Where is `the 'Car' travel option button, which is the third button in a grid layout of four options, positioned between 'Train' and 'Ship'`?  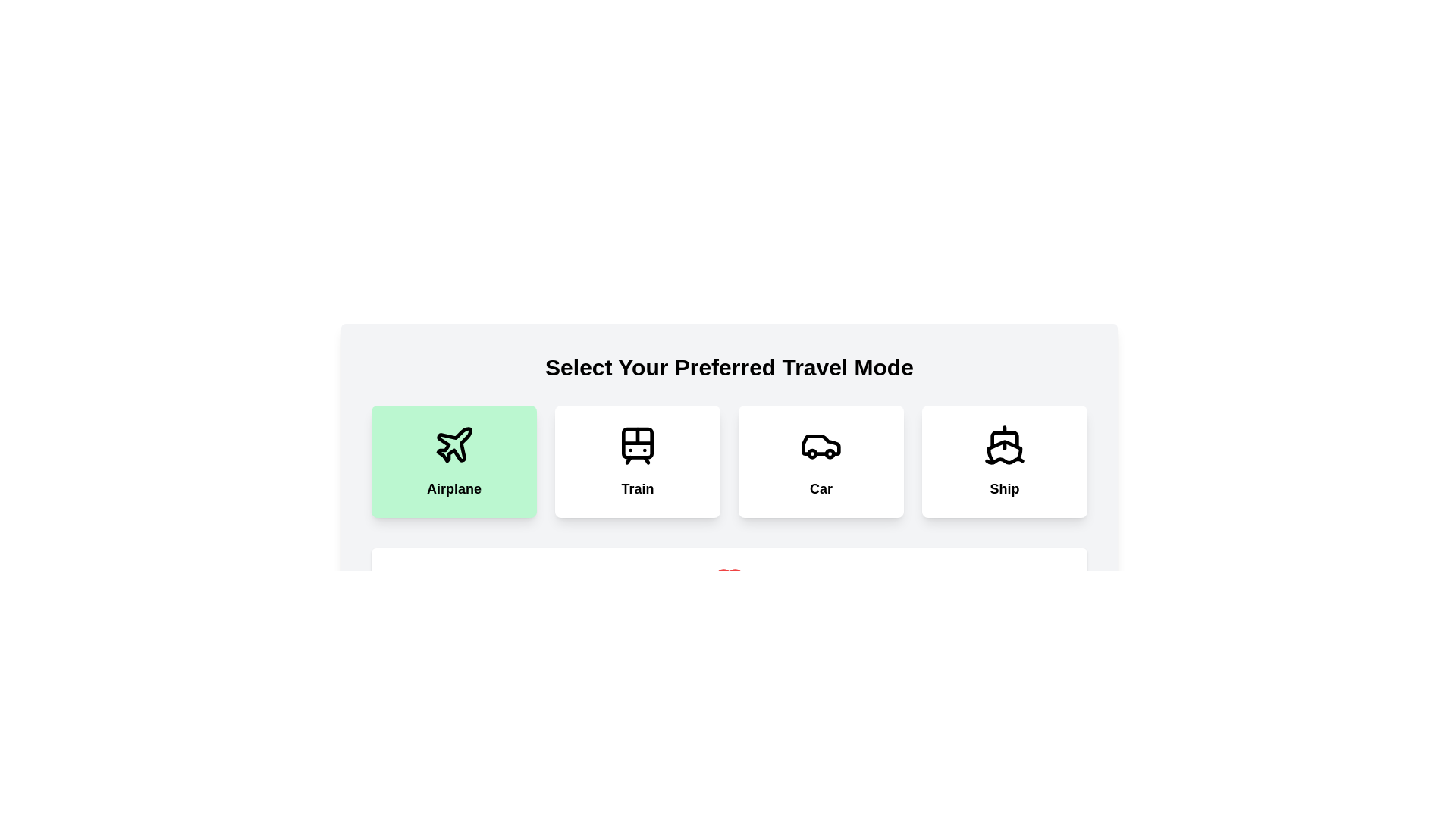 the 'Car' travel option button, which is the third button in a grid layout of four options, positioned between 'Train' and 'Ship' is located at coordinates (821, 461).